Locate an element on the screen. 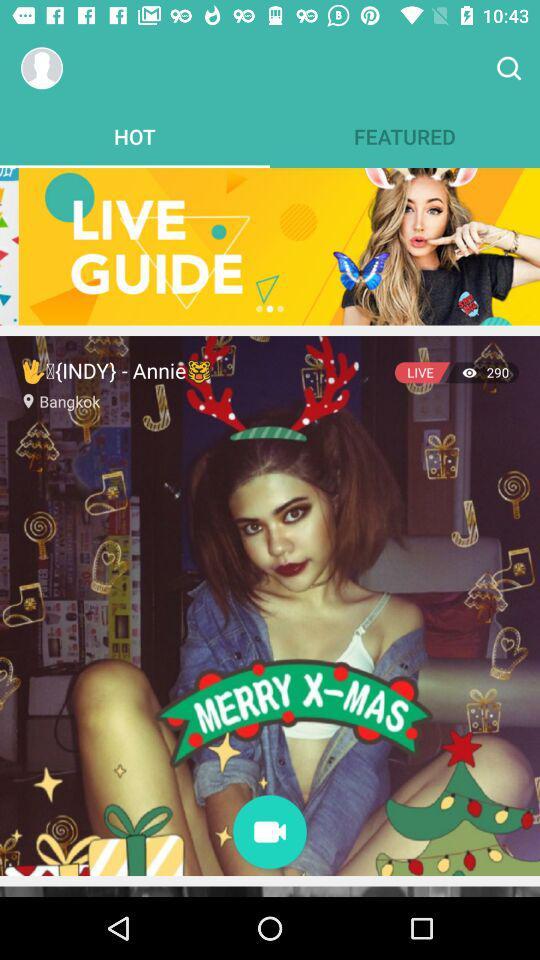 The width and height of the screenshot is (540, 960). record video is located at coordinates (270, 833).